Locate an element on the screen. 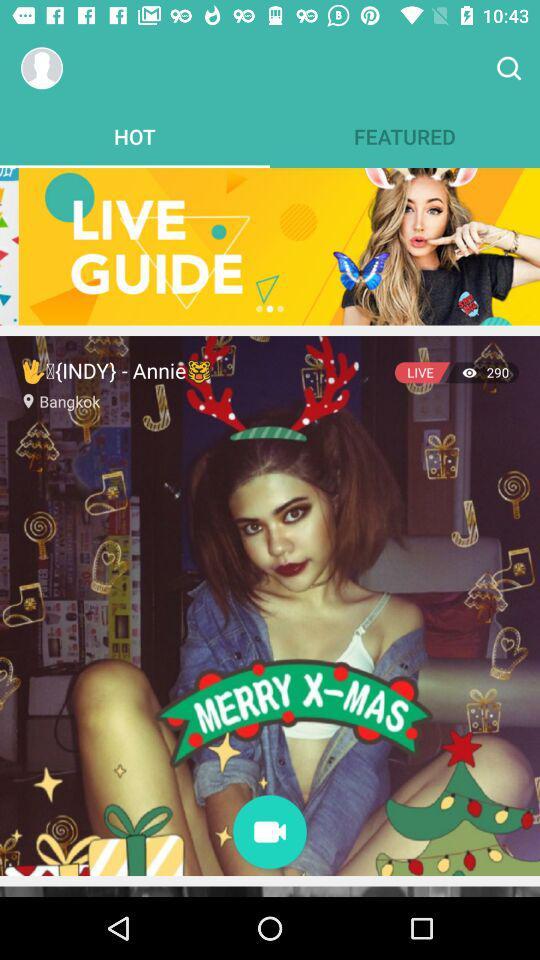 The width and height of the screenshot is (540, 960). record video is located at coordinates (270, 833).